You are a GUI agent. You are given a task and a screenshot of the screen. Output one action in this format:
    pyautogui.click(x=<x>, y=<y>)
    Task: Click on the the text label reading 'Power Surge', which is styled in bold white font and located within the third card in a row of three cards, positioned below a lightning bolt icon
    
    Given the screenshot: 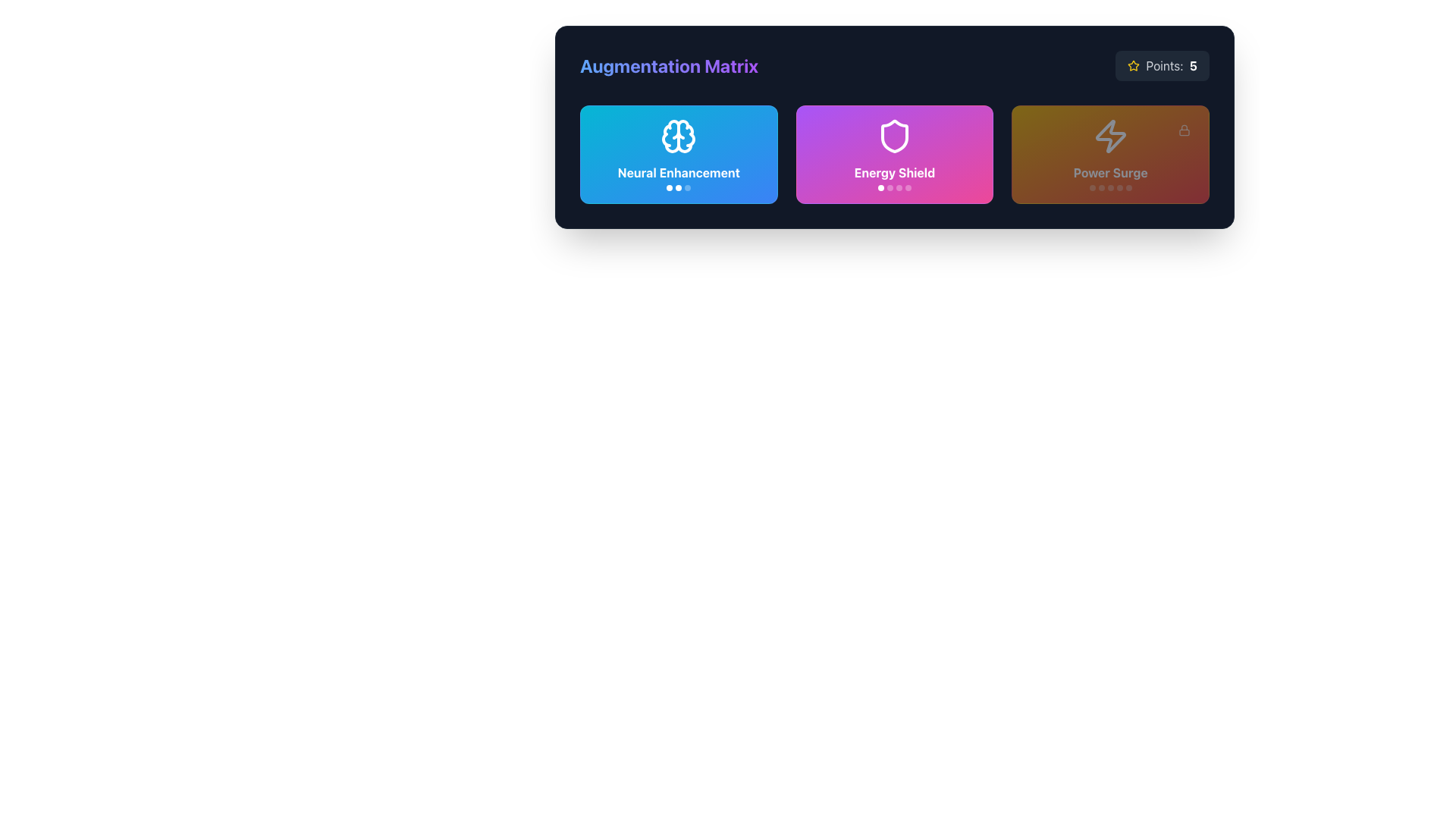 What is the action you would take?
    pyautogui.click(x=1110, y=171)
    